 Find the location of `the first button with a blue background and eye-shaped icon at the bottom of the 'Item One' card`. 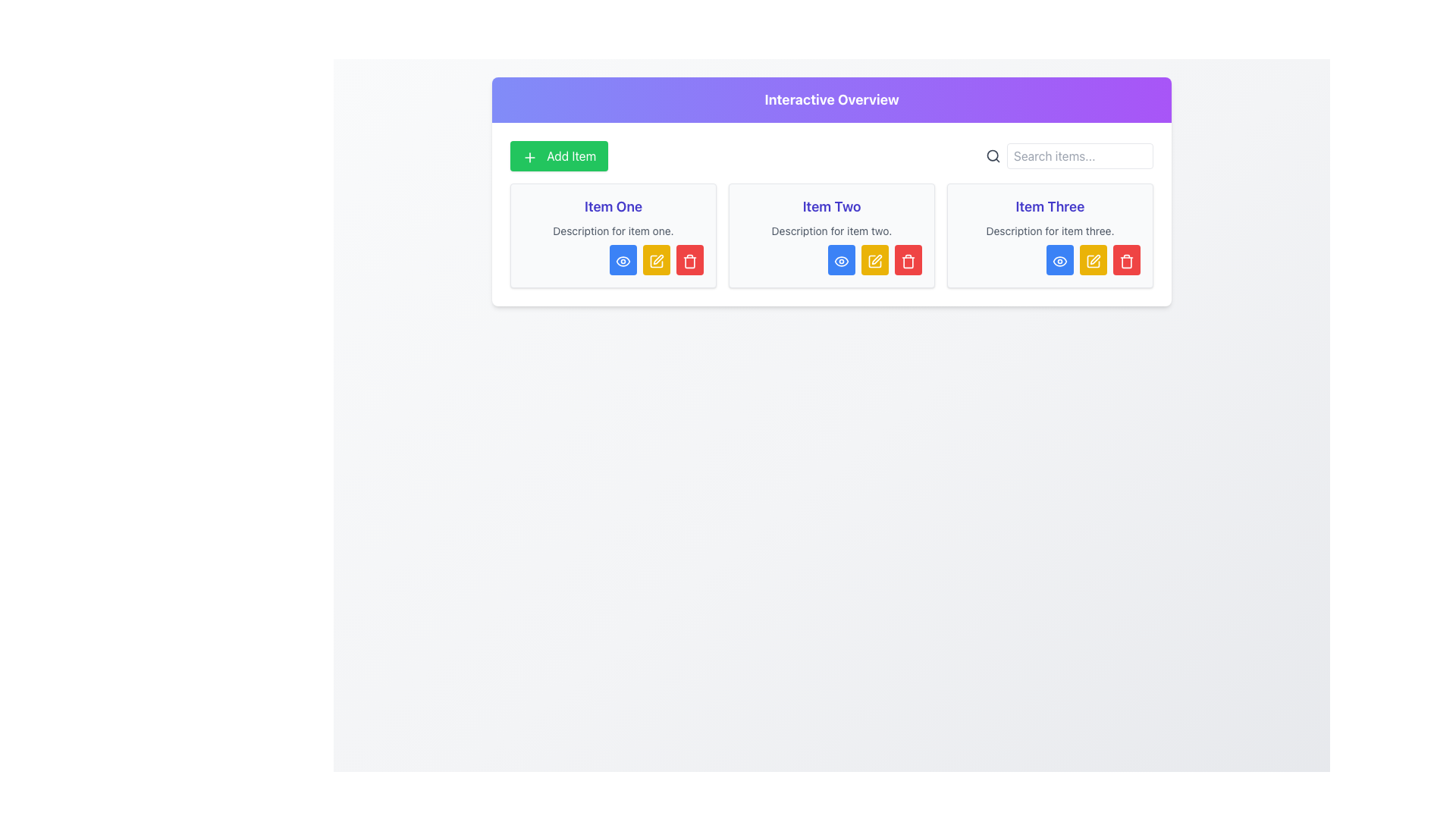

the first button with a blue background and eye-shaped icon at the bottom of the 'Item One' card is located at coordinates (623, 259).